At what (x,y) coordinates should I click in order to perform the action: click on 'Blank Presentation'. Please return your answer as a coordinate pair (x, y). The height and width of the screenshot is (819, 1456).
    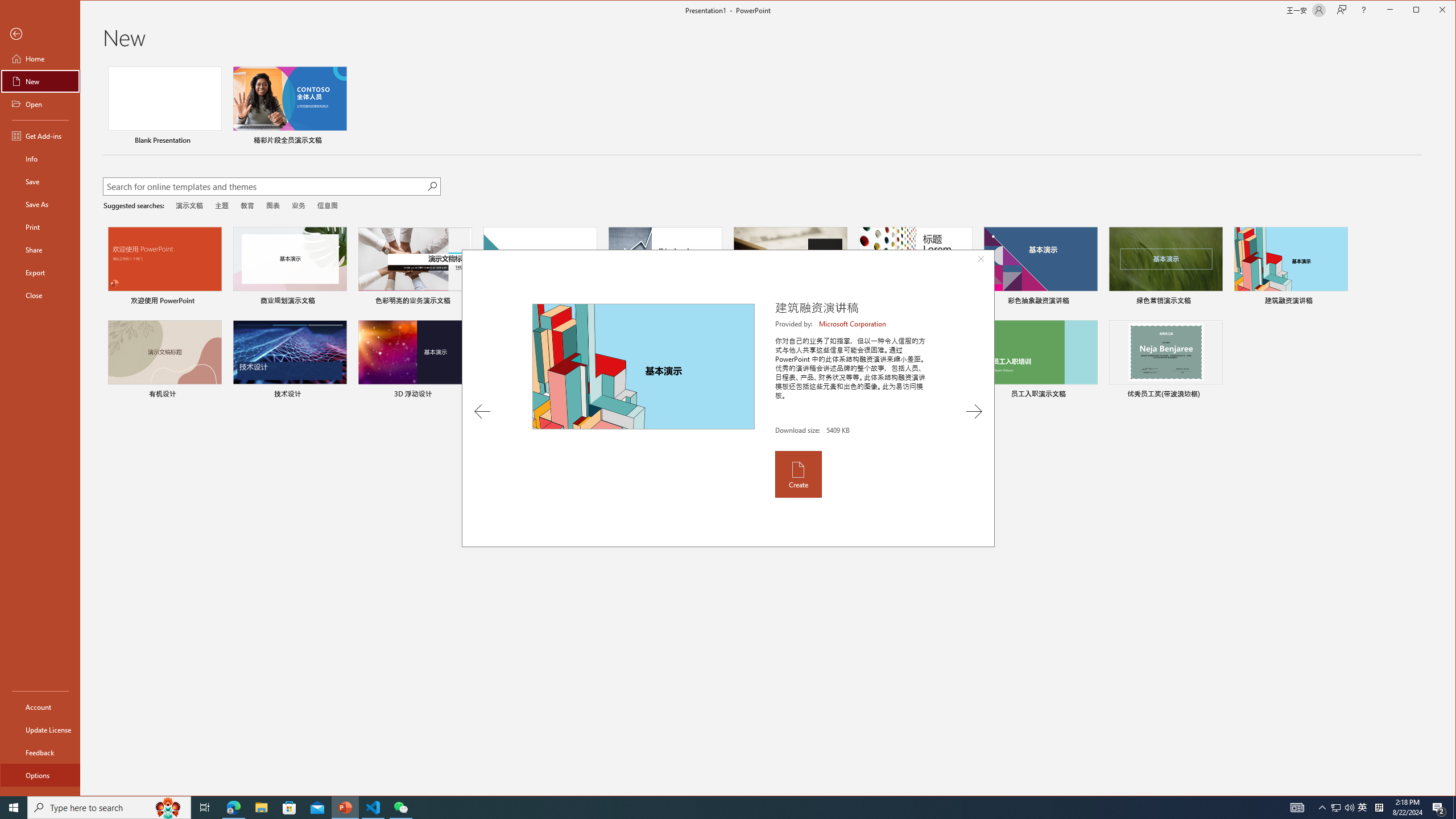
    Looking at the image, I should click on (164, 106).